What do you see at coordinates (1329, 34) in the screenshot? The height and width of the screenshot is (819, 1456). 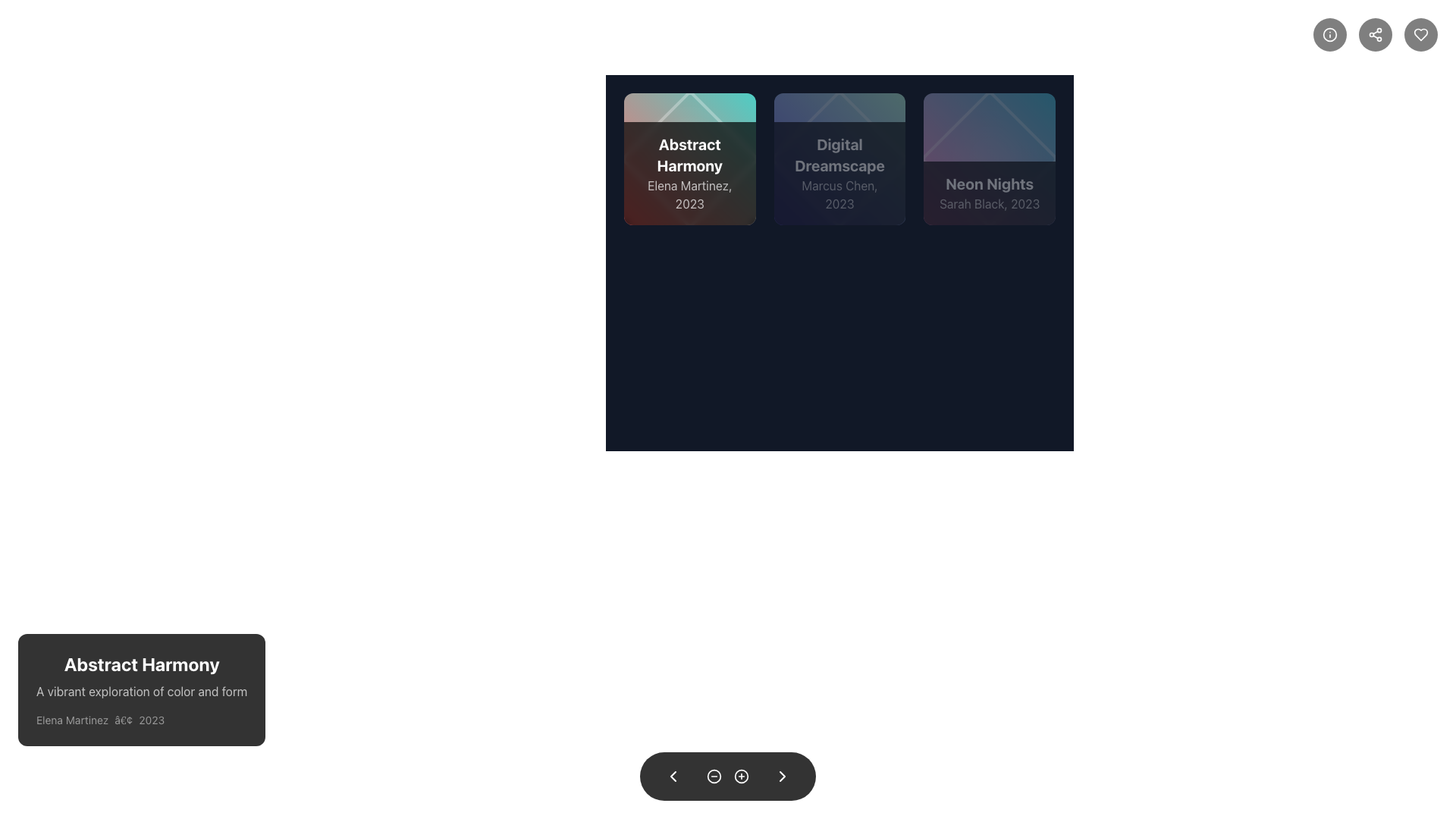 I see `the information icon in the top-right corner of the interface` at bounding box center [1329, 34].